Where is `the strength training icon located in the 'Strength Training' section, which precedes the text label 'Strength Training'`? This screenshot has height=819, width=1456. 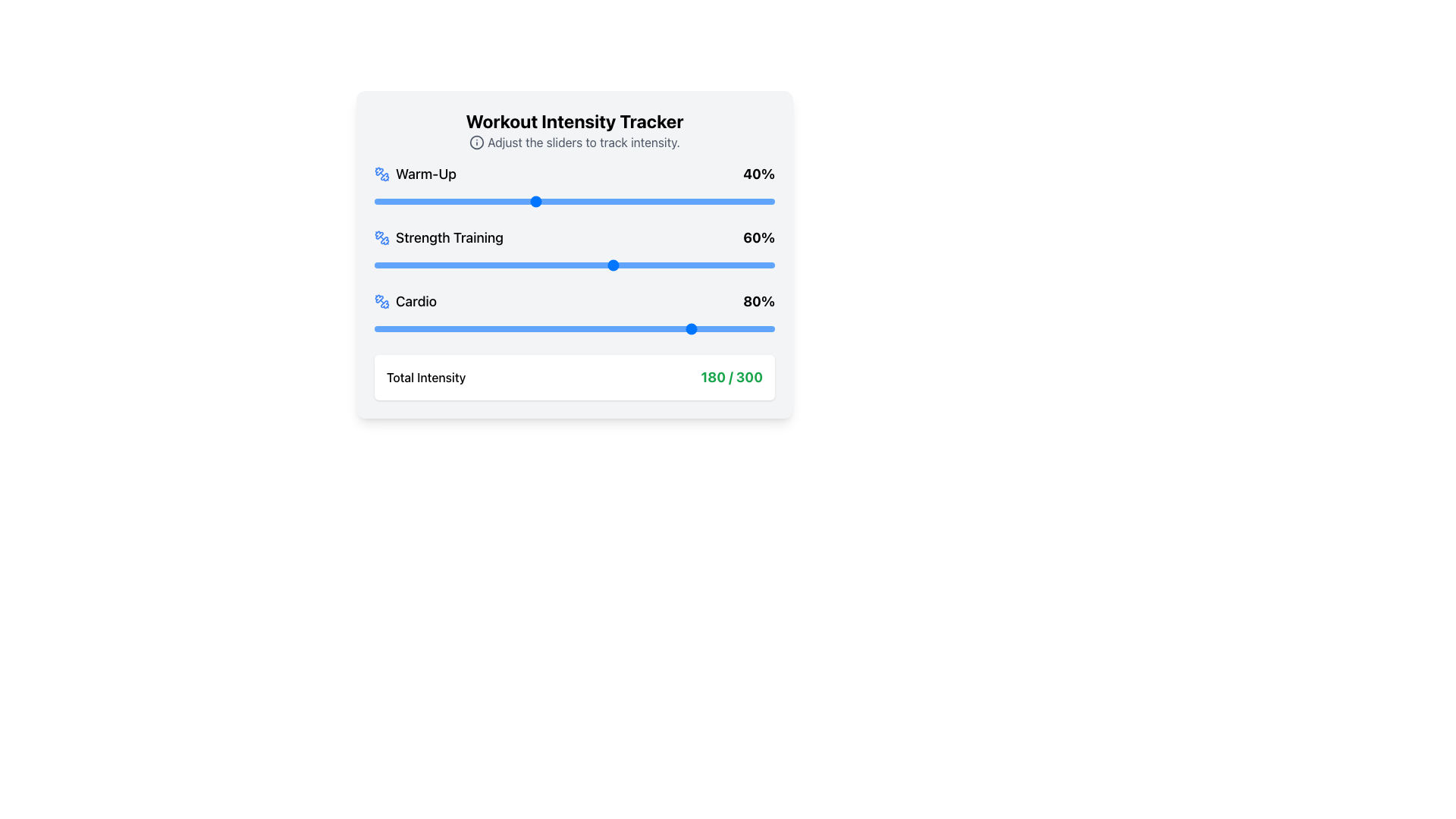 the strength training icon located in the 'Strength Training' section, which precedes the text label 'Strength Training' is located at coordinates (382, 237).